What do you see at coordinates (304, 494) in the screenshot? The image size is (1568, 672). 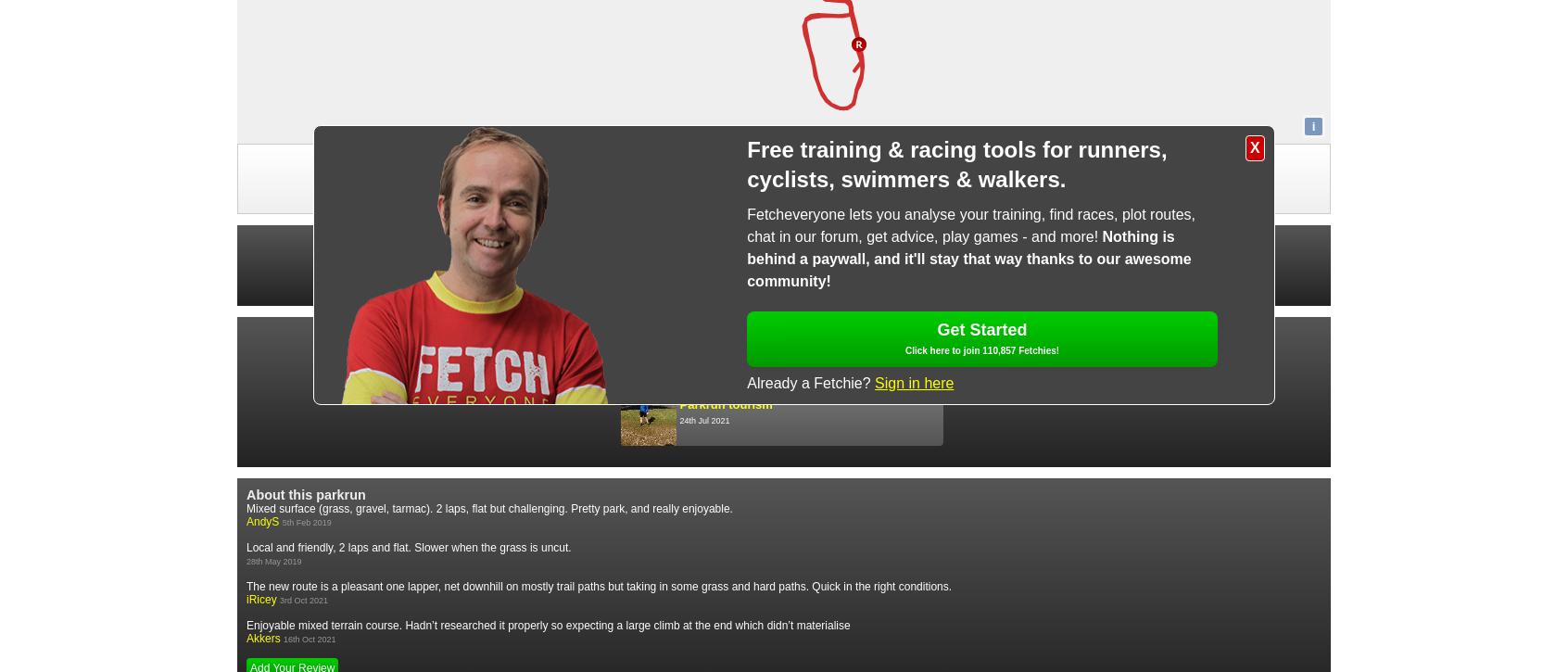 I see `'About this parkrun'` at bounding box center [304, 494].